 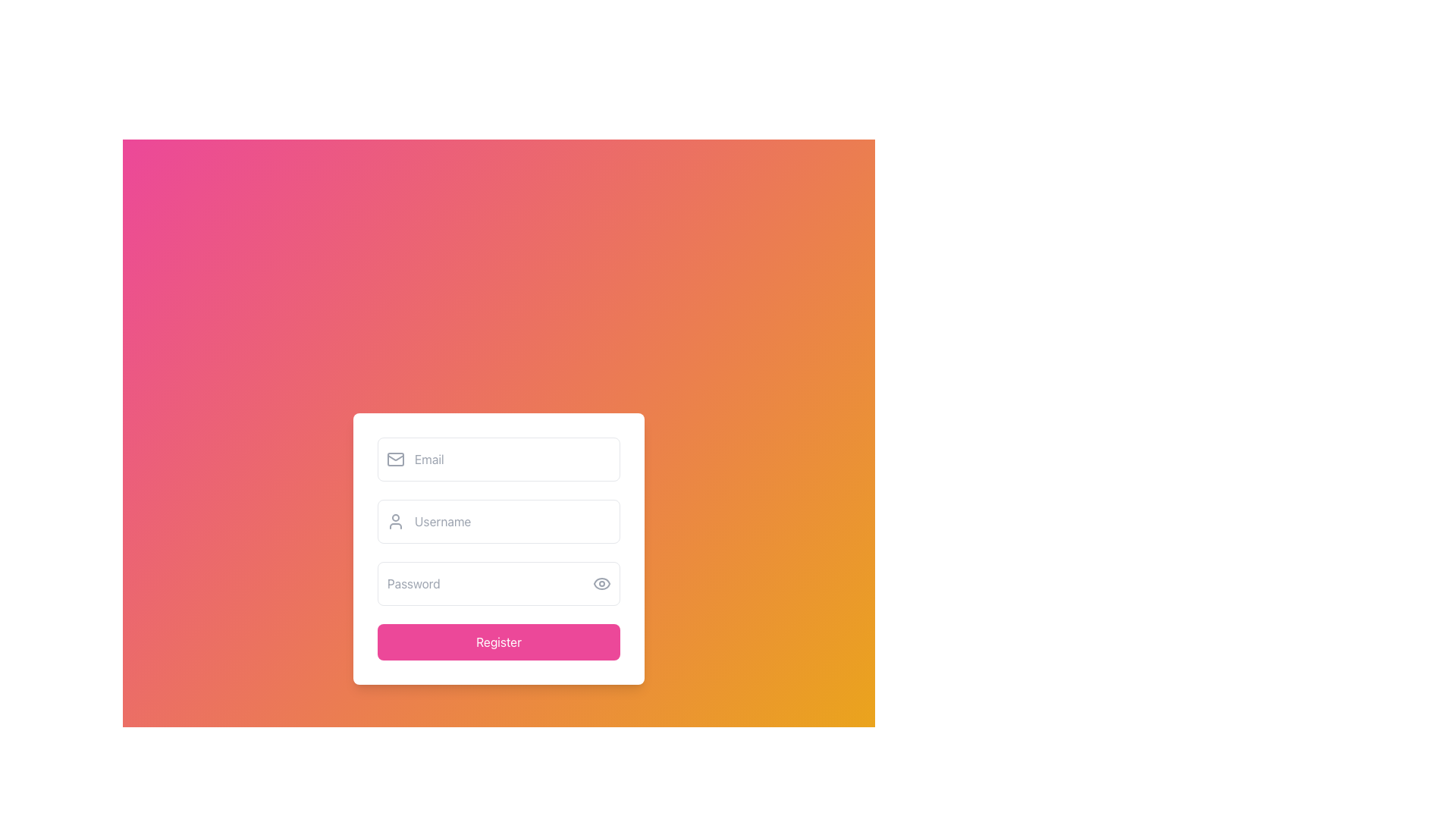 I want to click on the eye icon toggle button located at the far right of the password input field, so click(x=601, y=583).